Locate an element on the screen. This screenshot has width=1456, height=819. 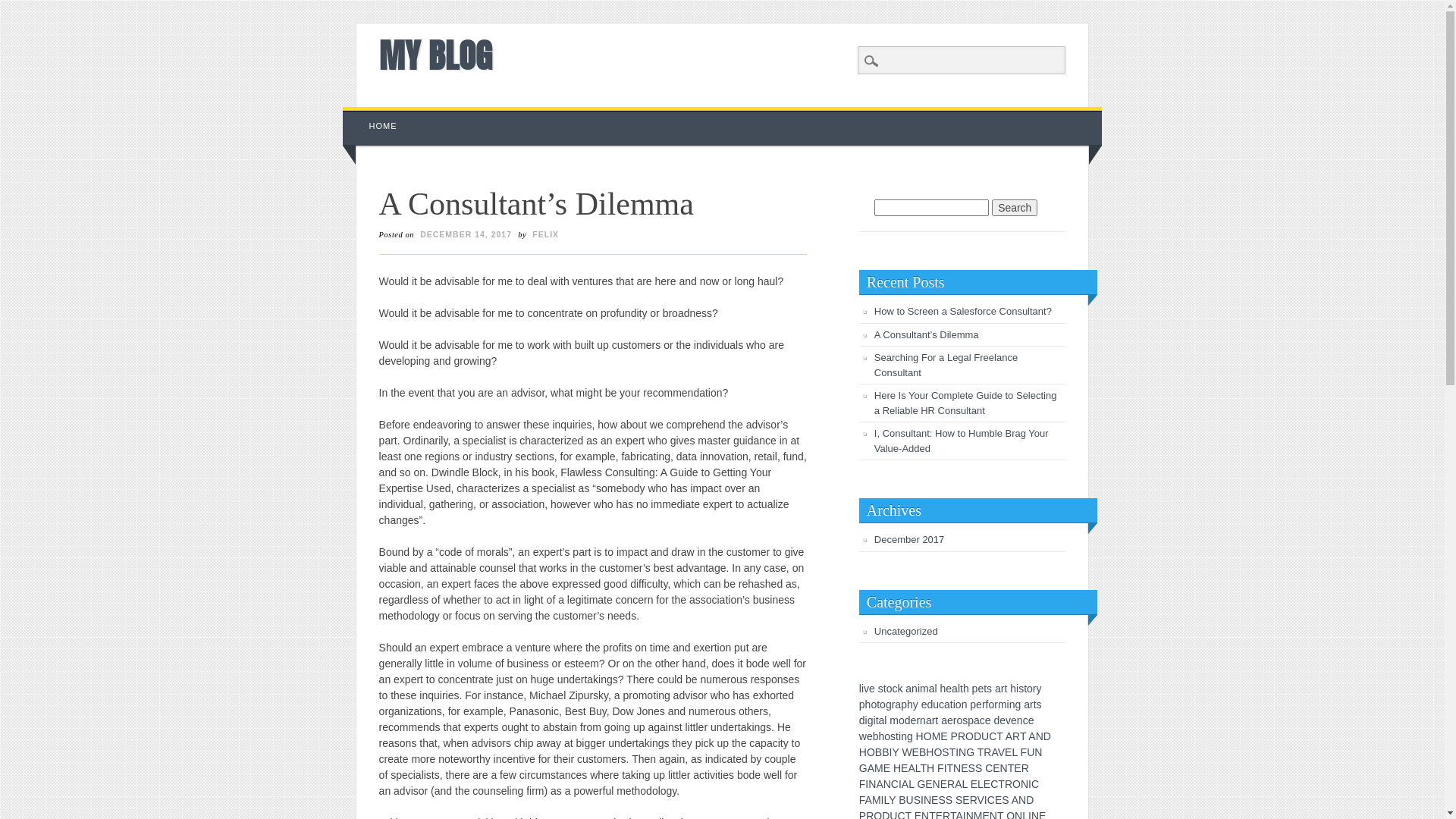
'I, Consultant: How to Humble Brag Your Value-Added' is located at coordinates (960, 441).